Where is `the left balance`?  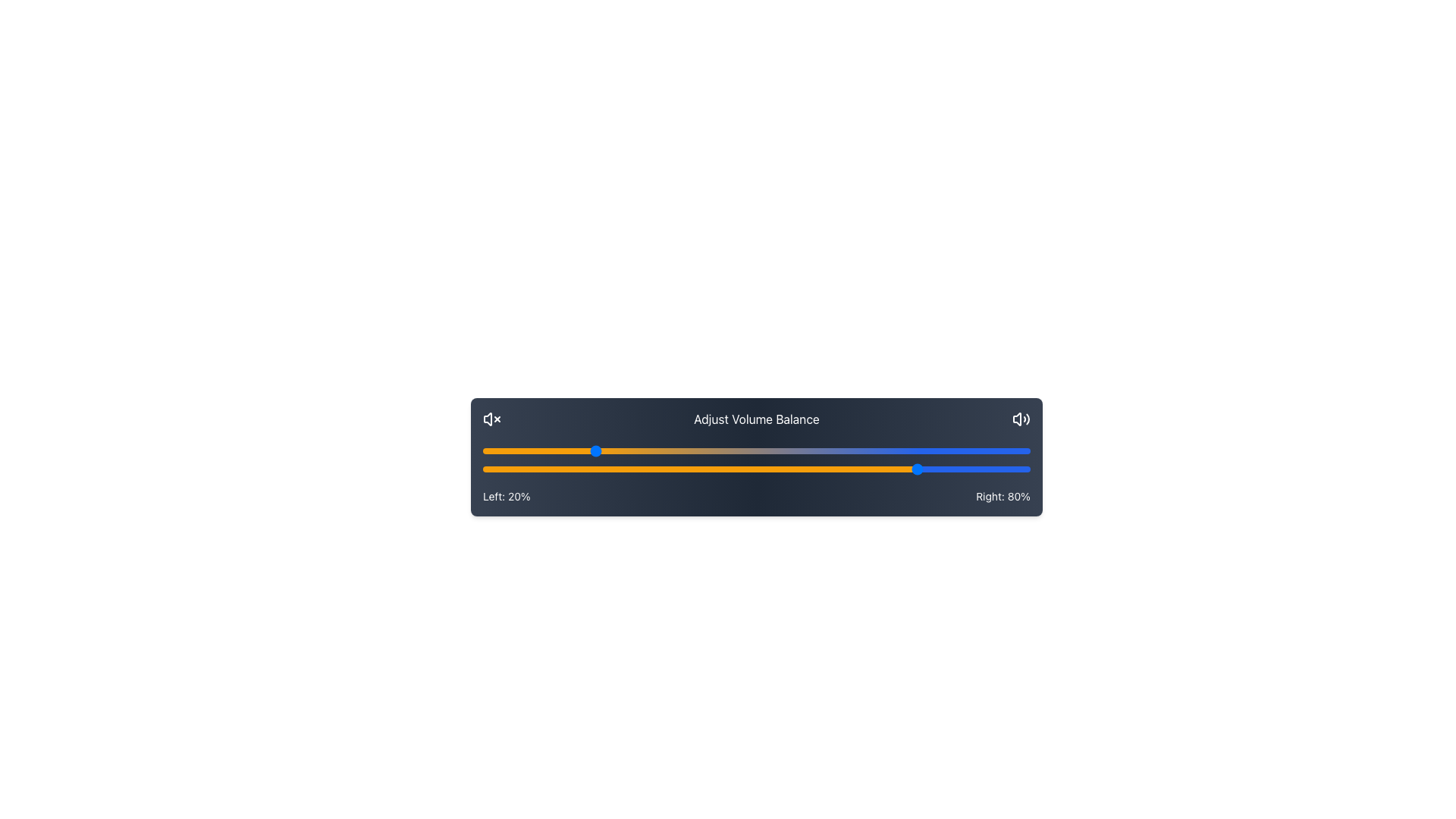 the left balance is located at coordinates (992, 450).